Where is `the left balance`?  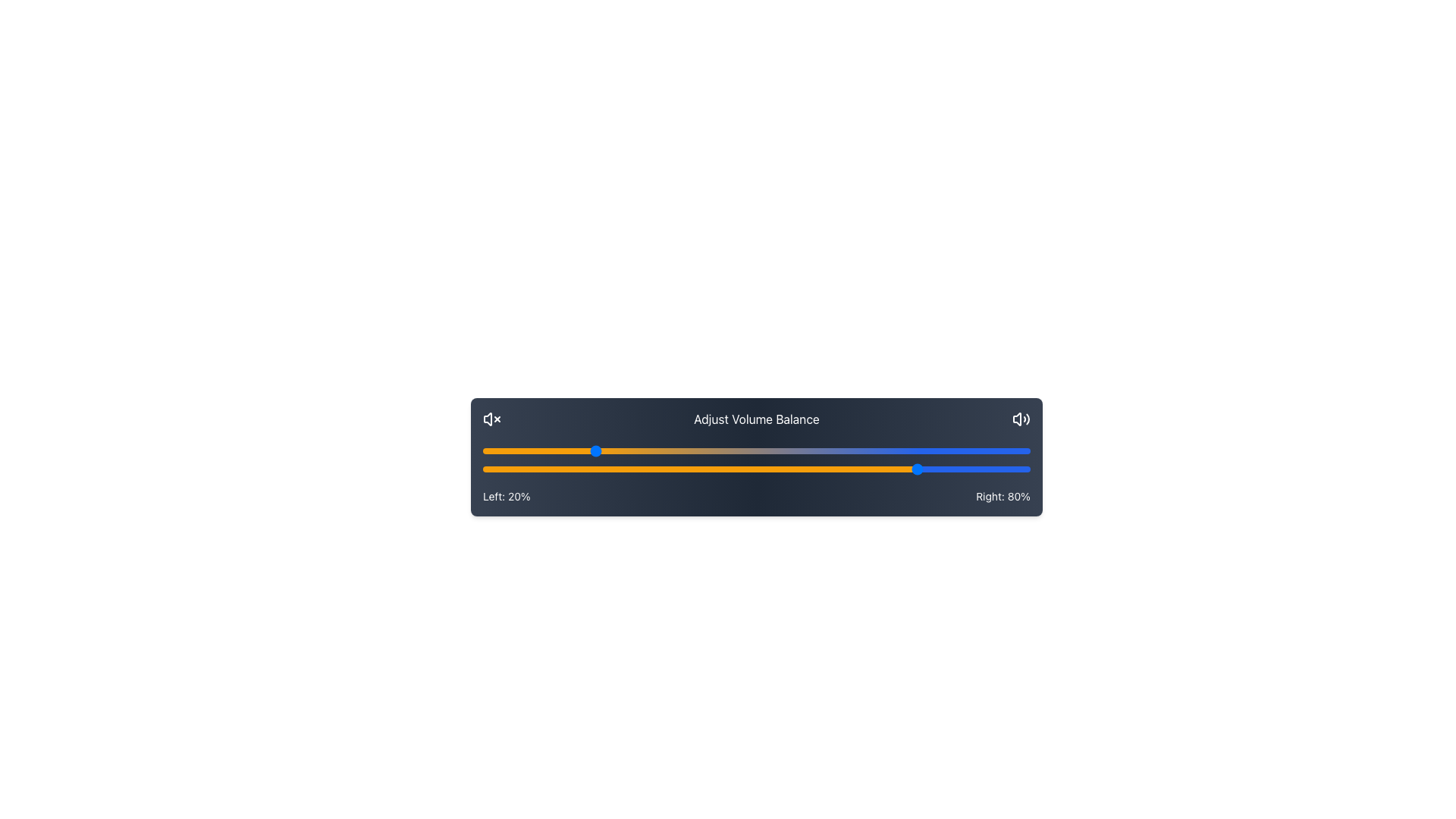 the left balance is located at coordinates (992, 450).